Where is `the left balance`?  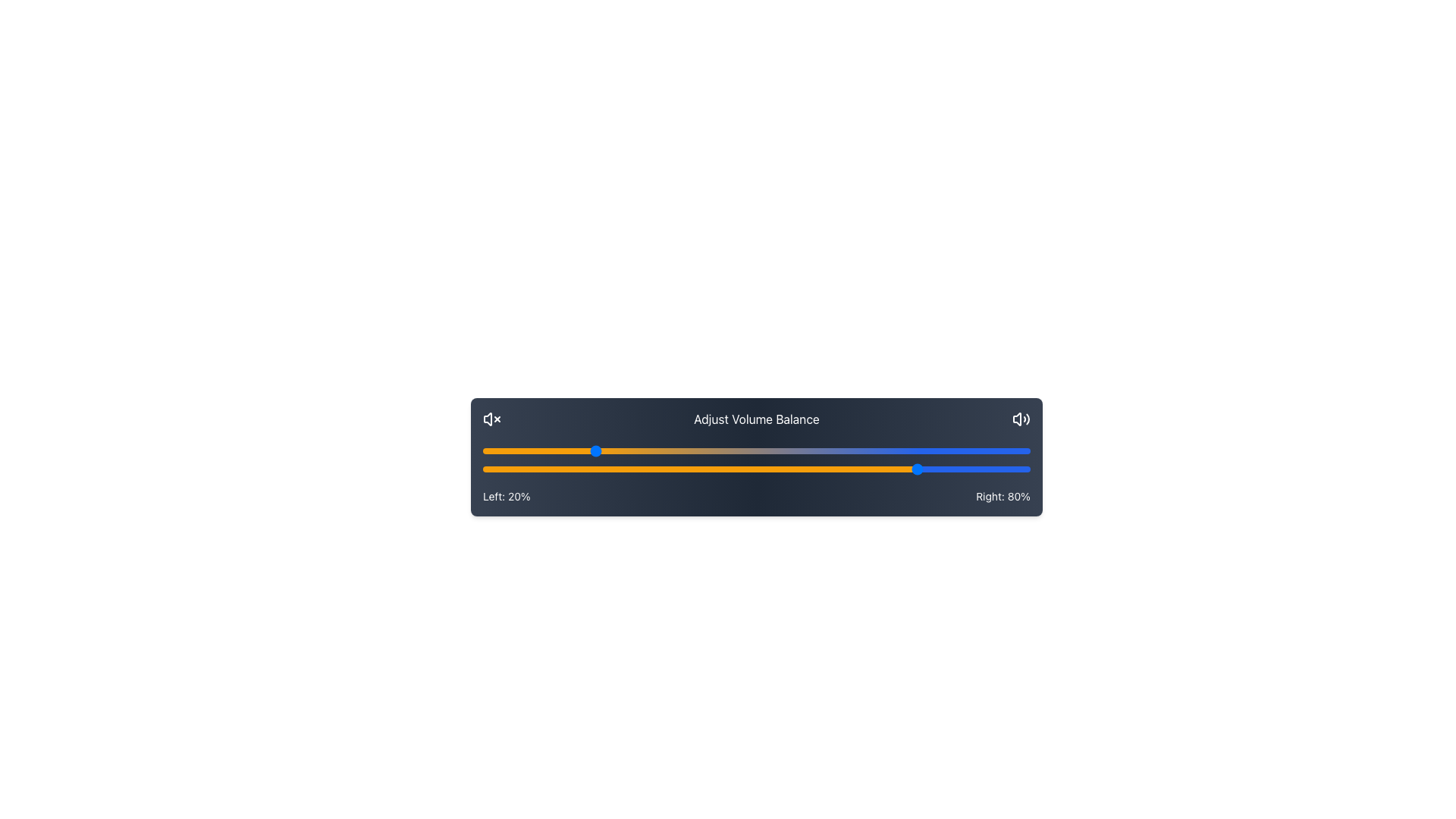 the left balance is located at coordinates (992, 450).